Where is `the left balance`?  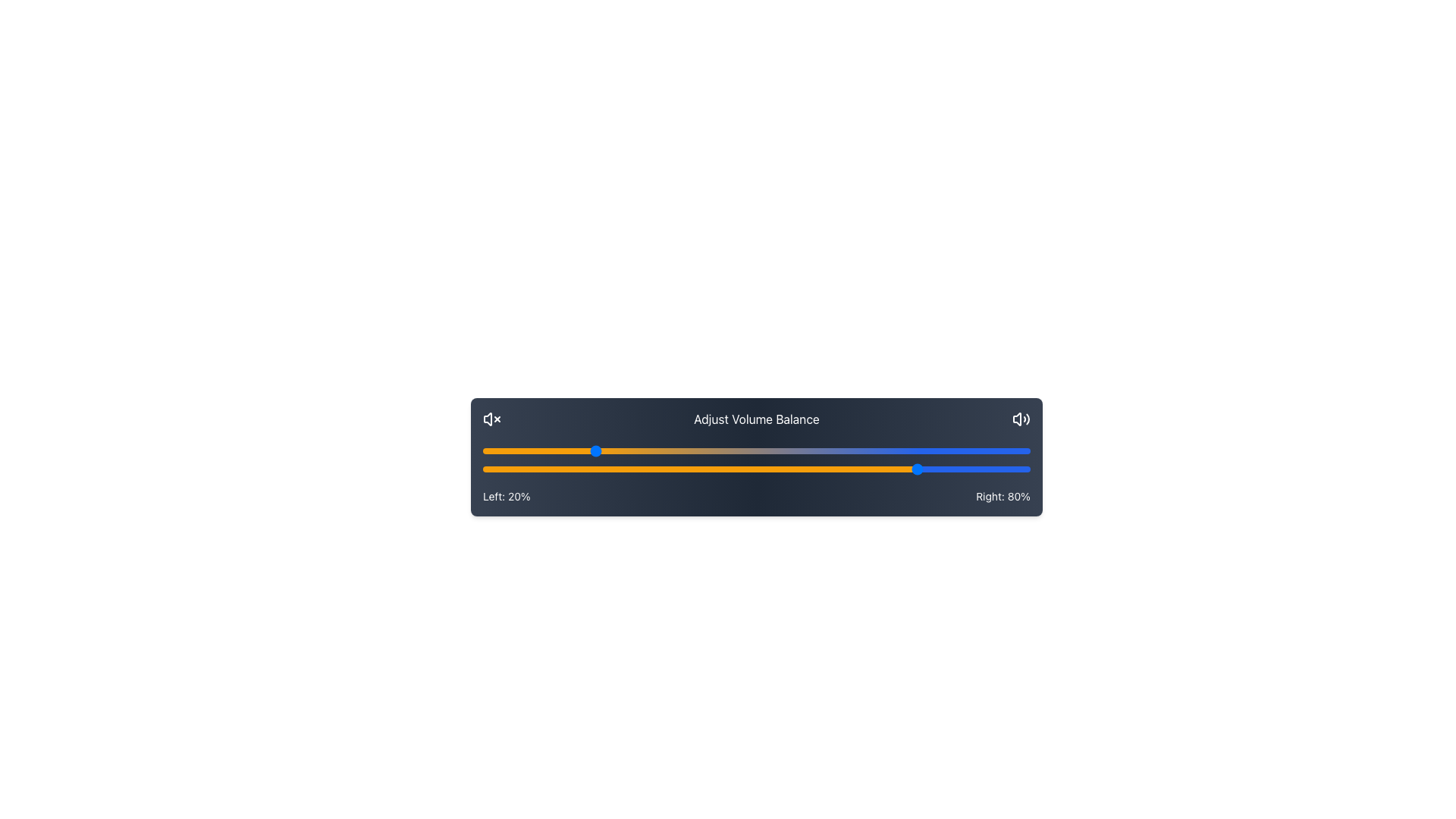 the left balance is located at coordinates (992, 450).